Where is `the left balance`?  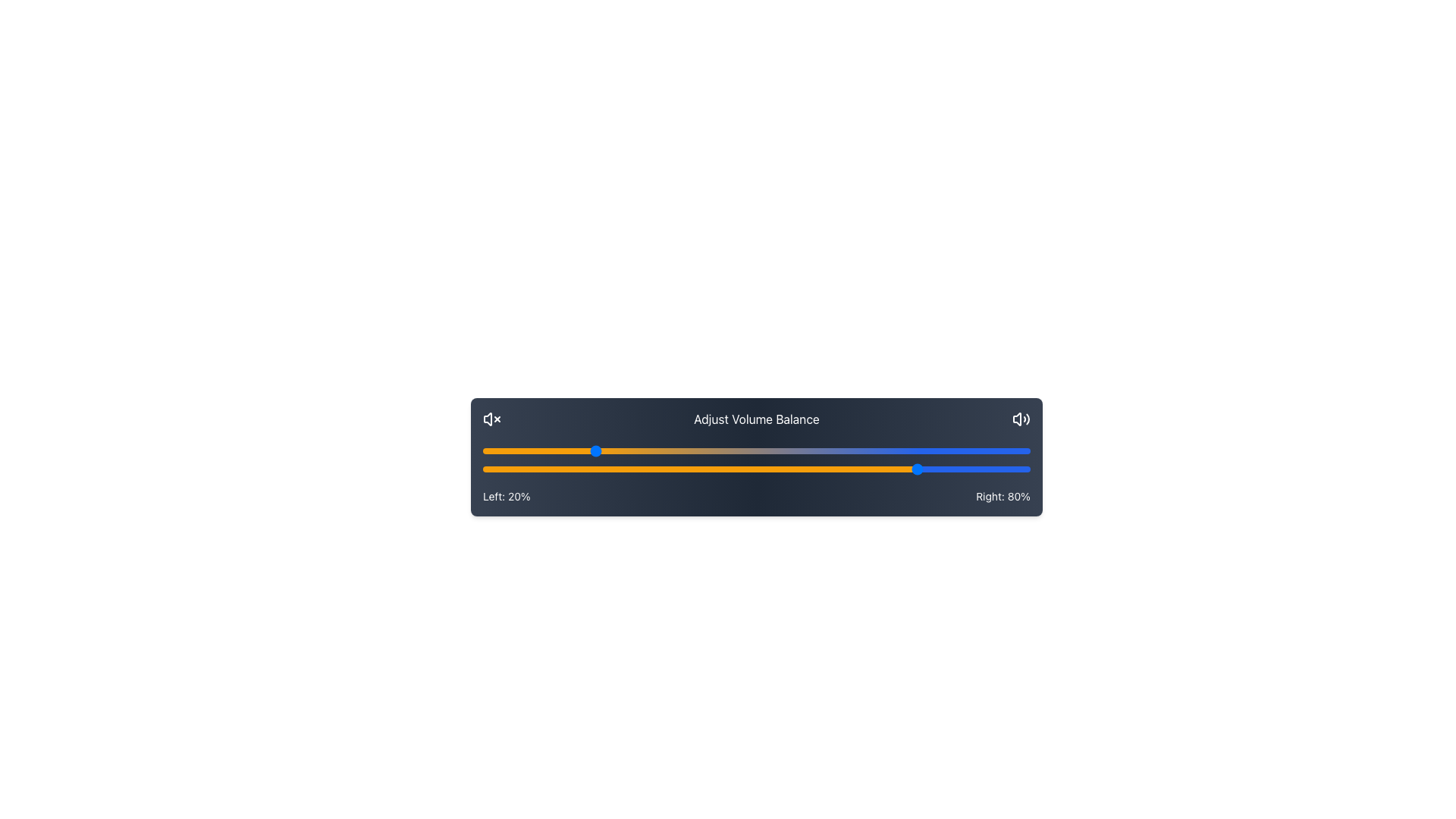 the left balance is located at coordinates (992, 450).